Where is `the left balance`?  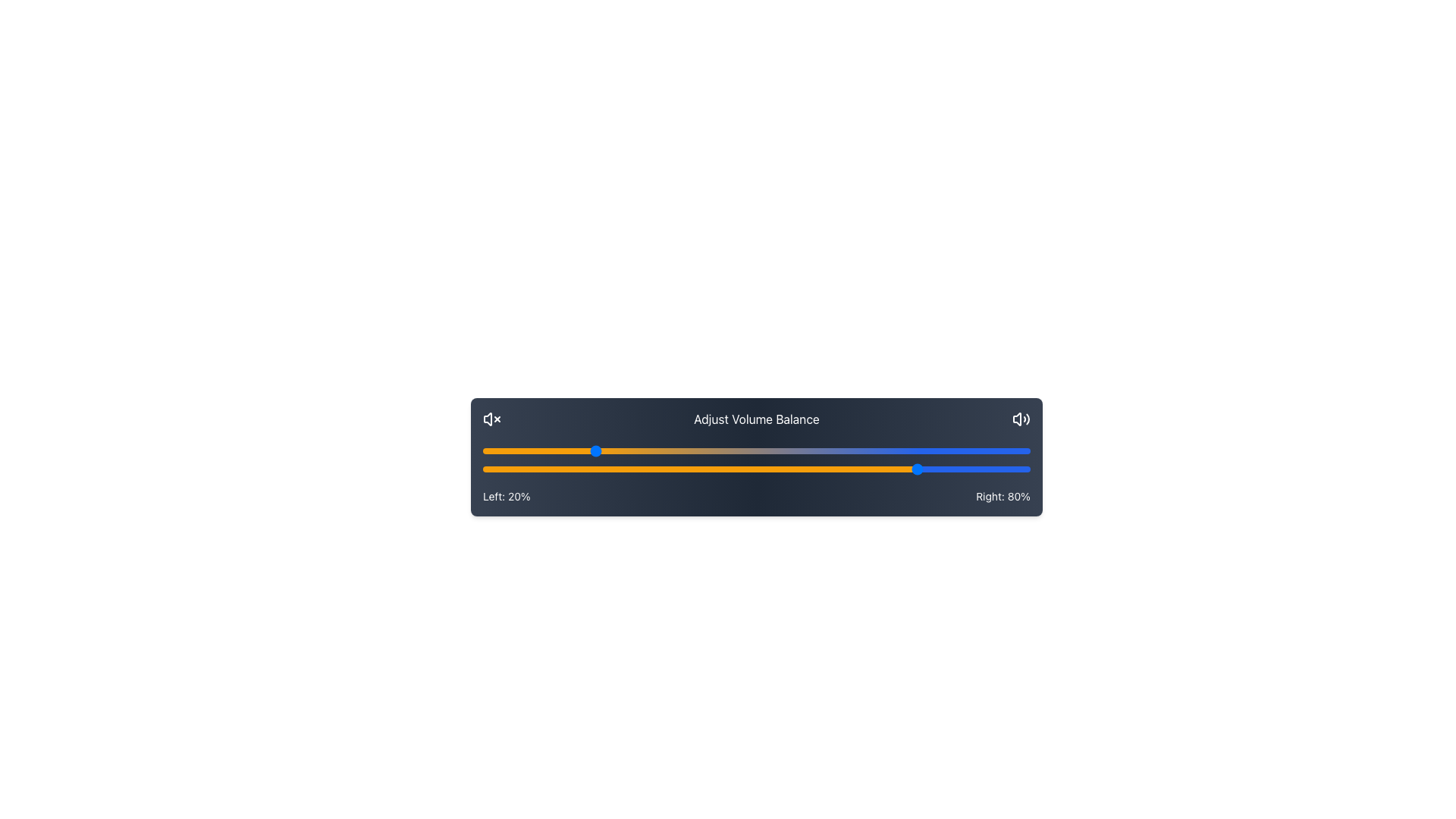 the left balance is located at coordinates (992, 450).